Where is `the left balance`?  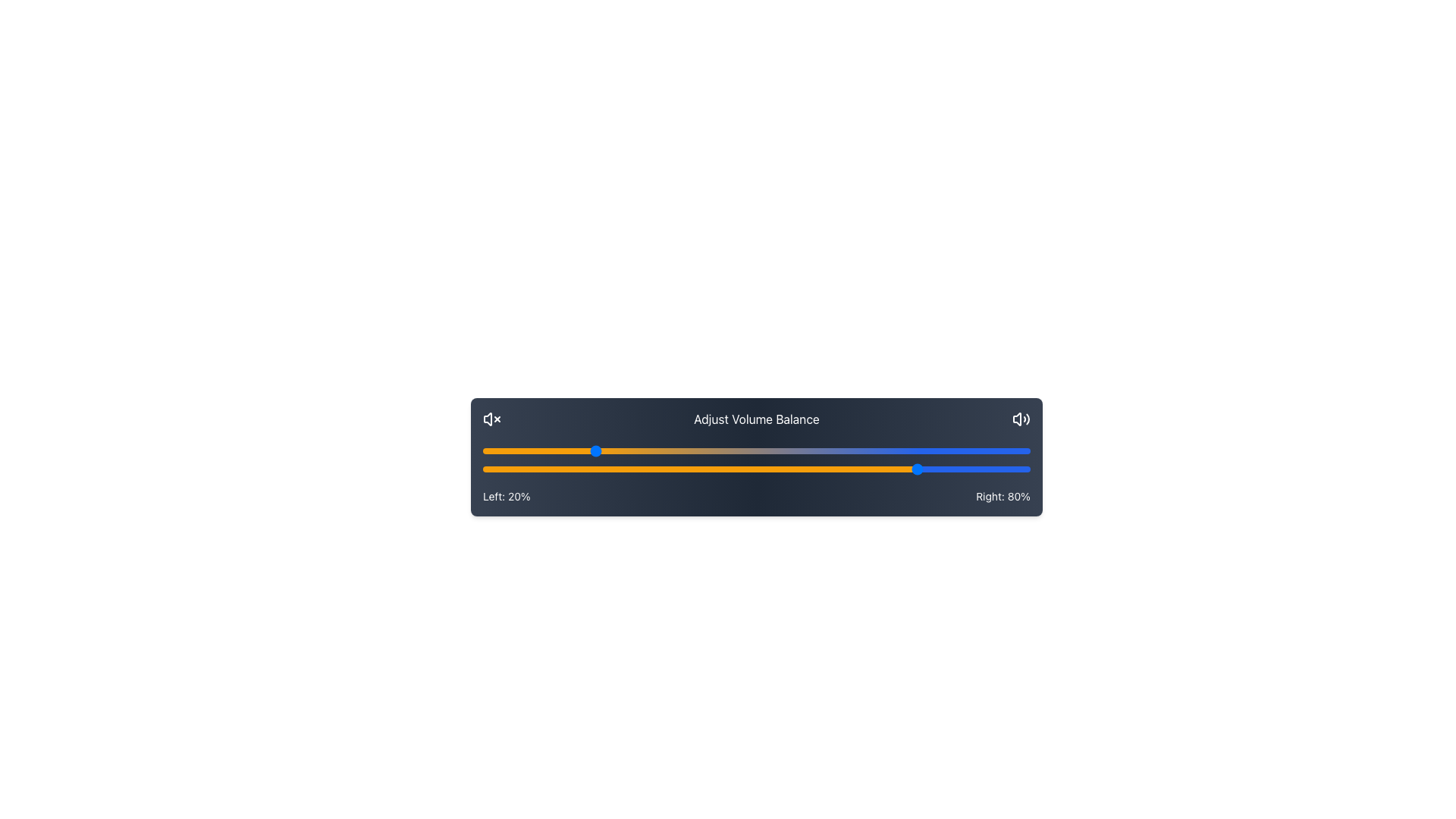 the left balance is located at coordinates (992, 450).